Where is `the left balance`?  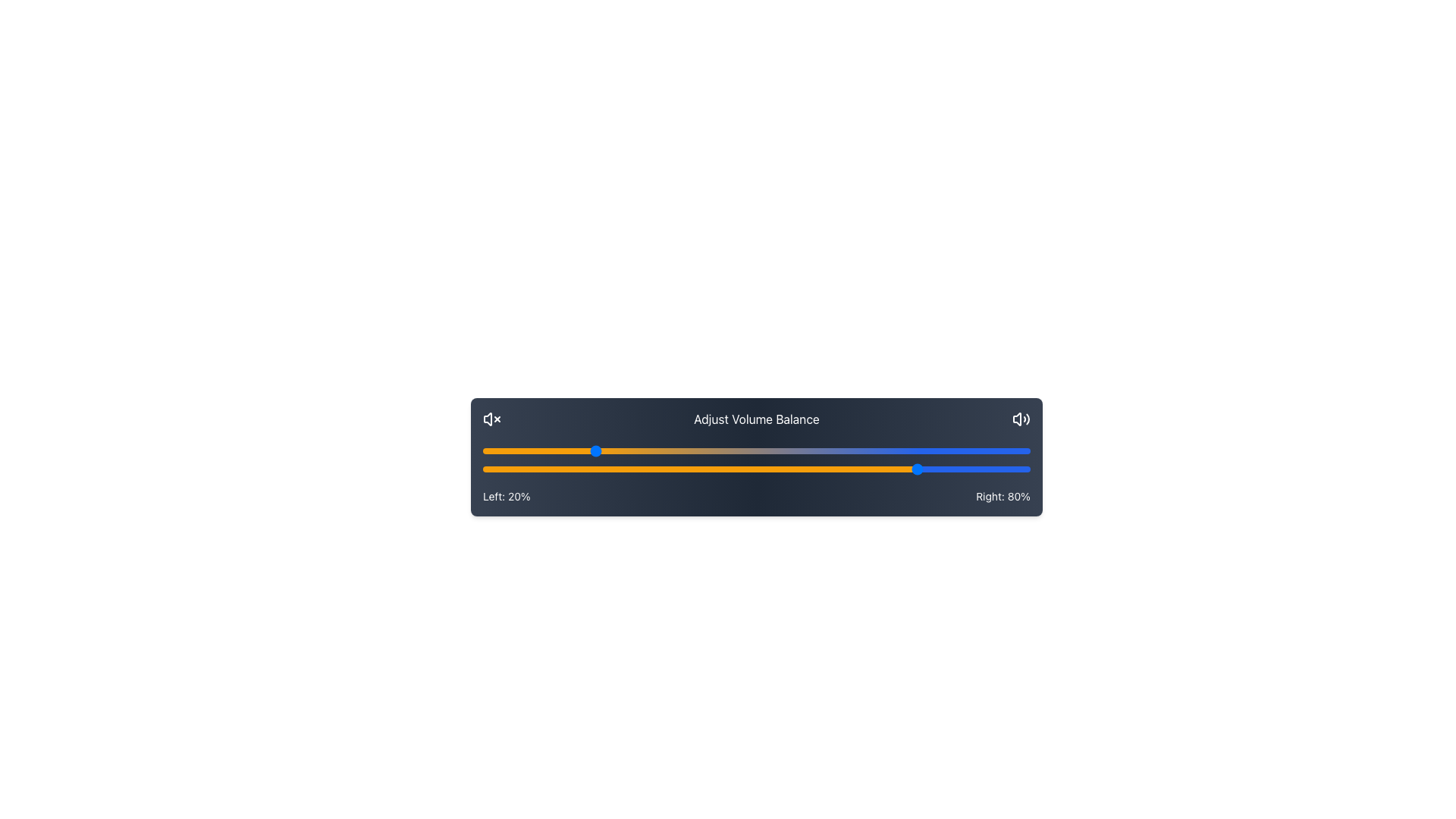 the left balance is located at coordinates (992, 450).